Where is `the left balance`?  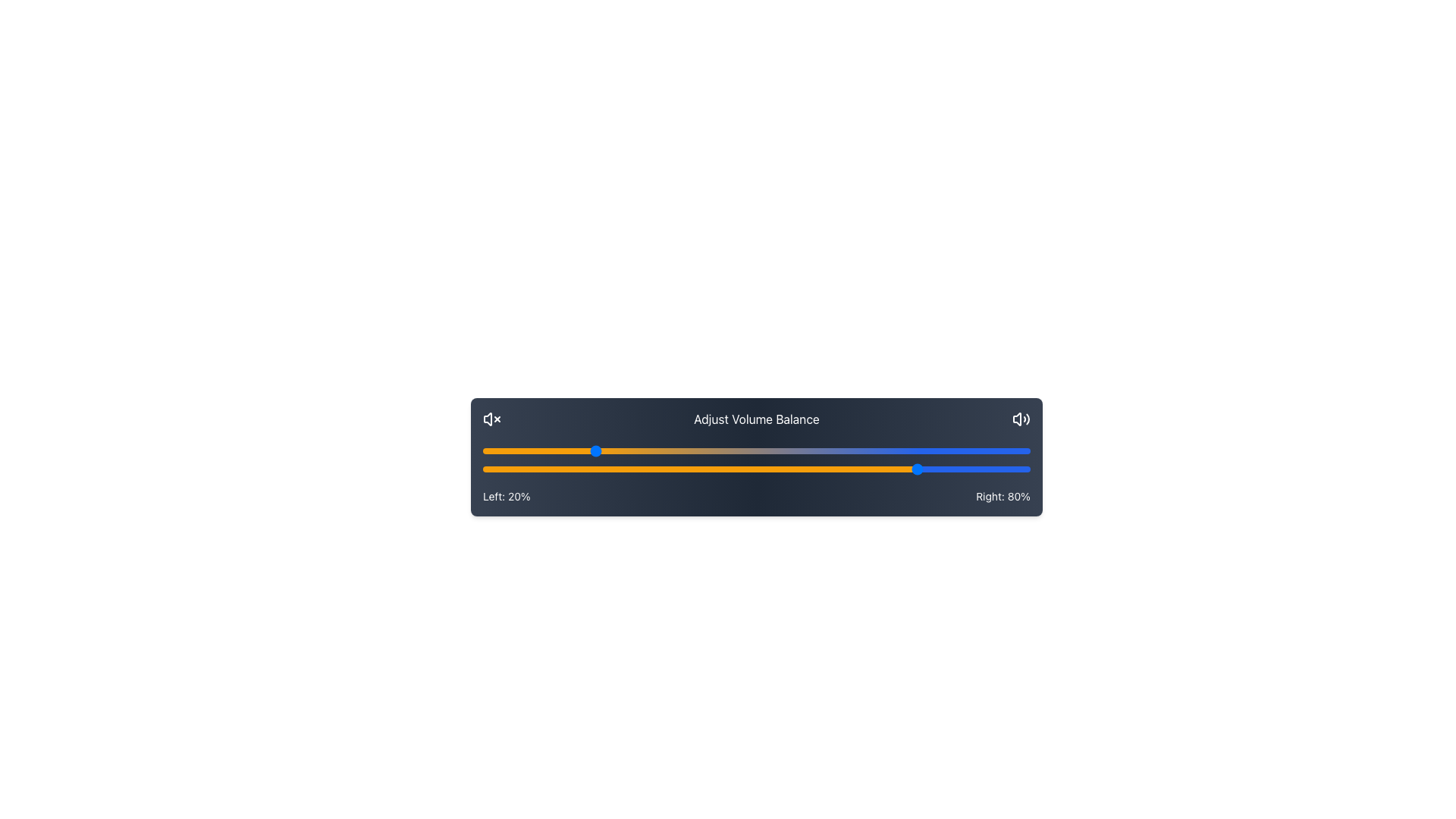 the left balance is located at coordinates (992, 450).